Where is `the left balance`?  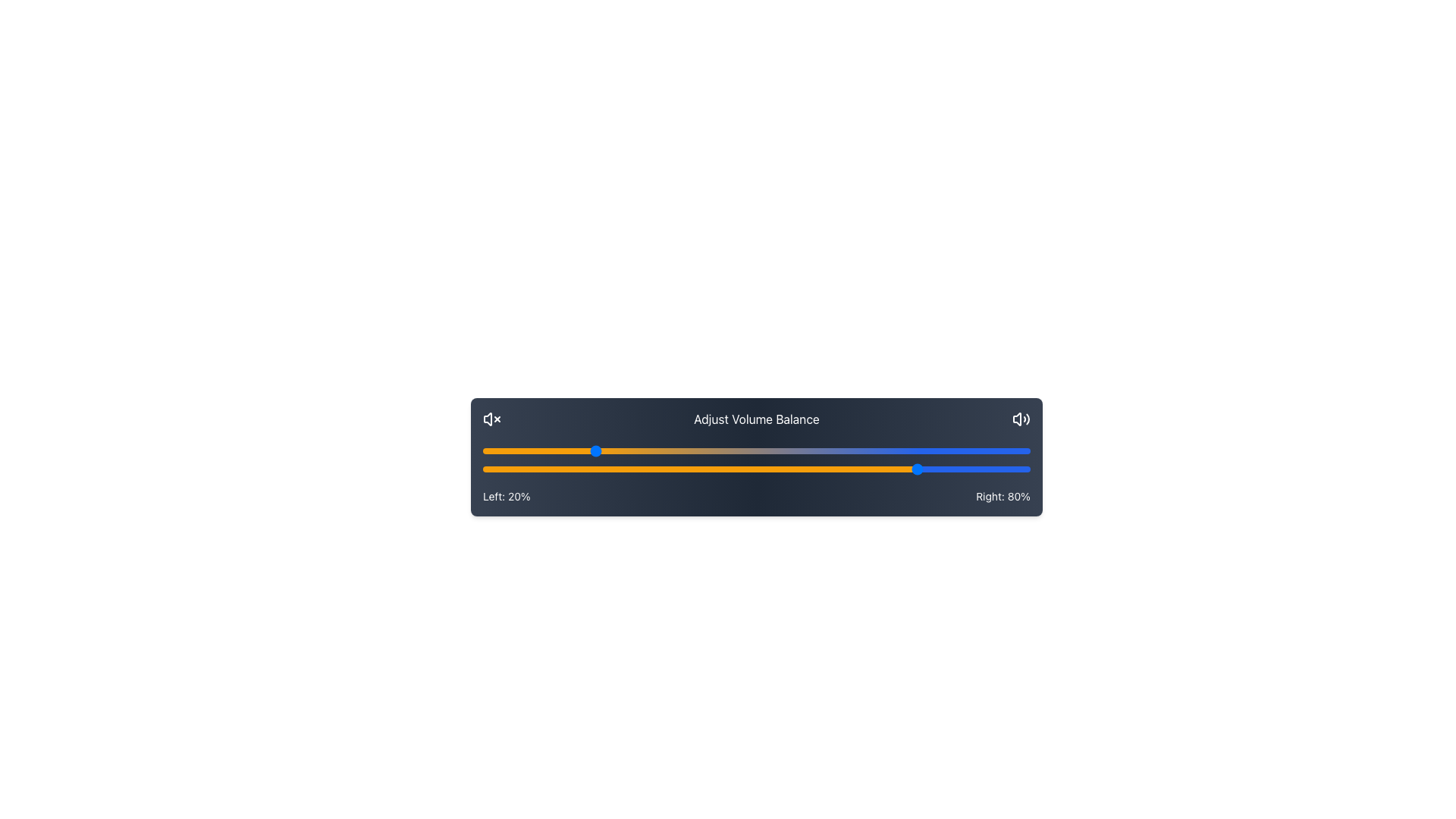 the left balance is located at coordinates (992, 450).